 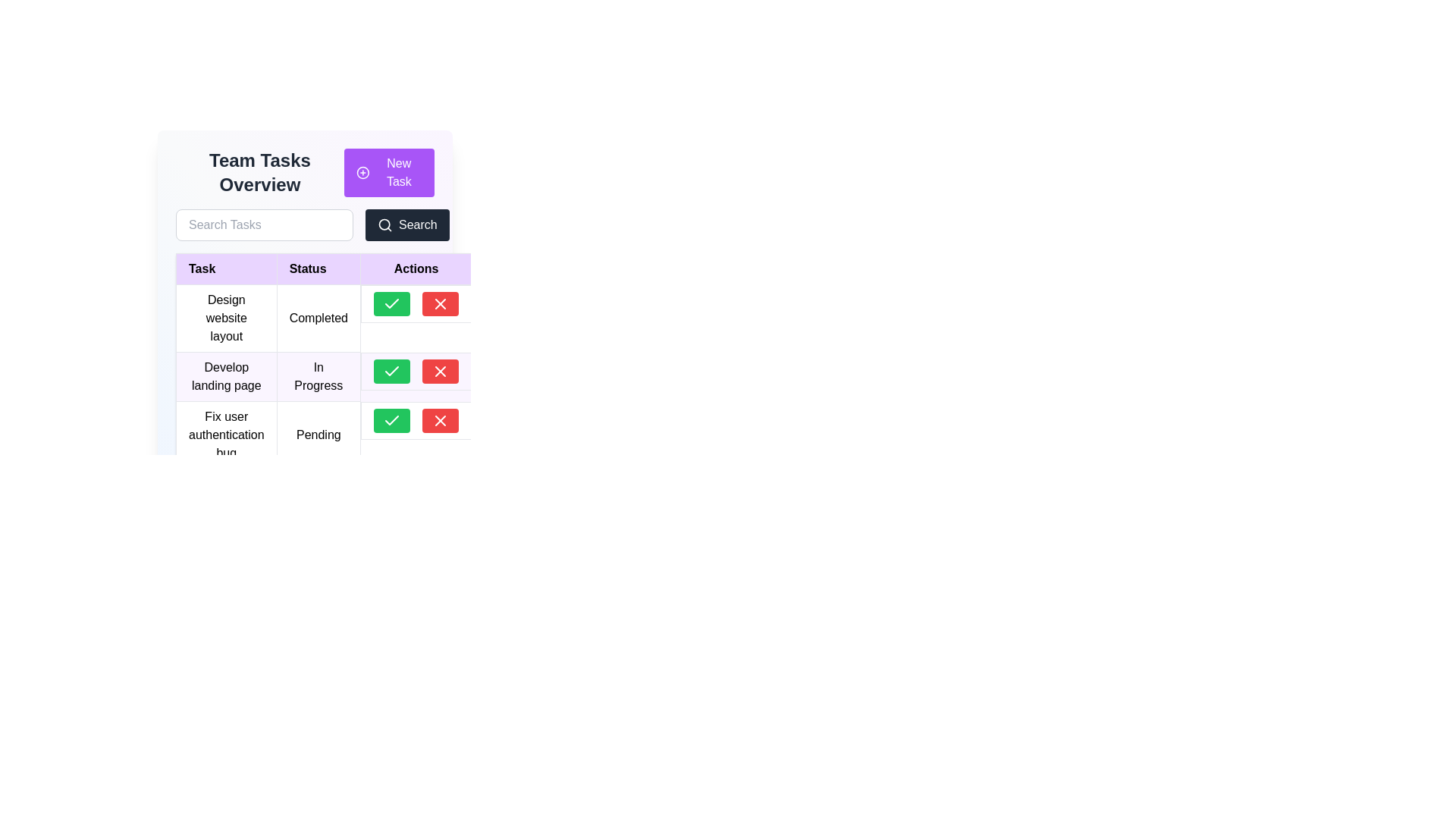 What do you see at coordinates (392, 371) in the screenshot?
I see `the checkmark icon in the second row of the table under the 'Actions' column` at bounding box center [392, 371].